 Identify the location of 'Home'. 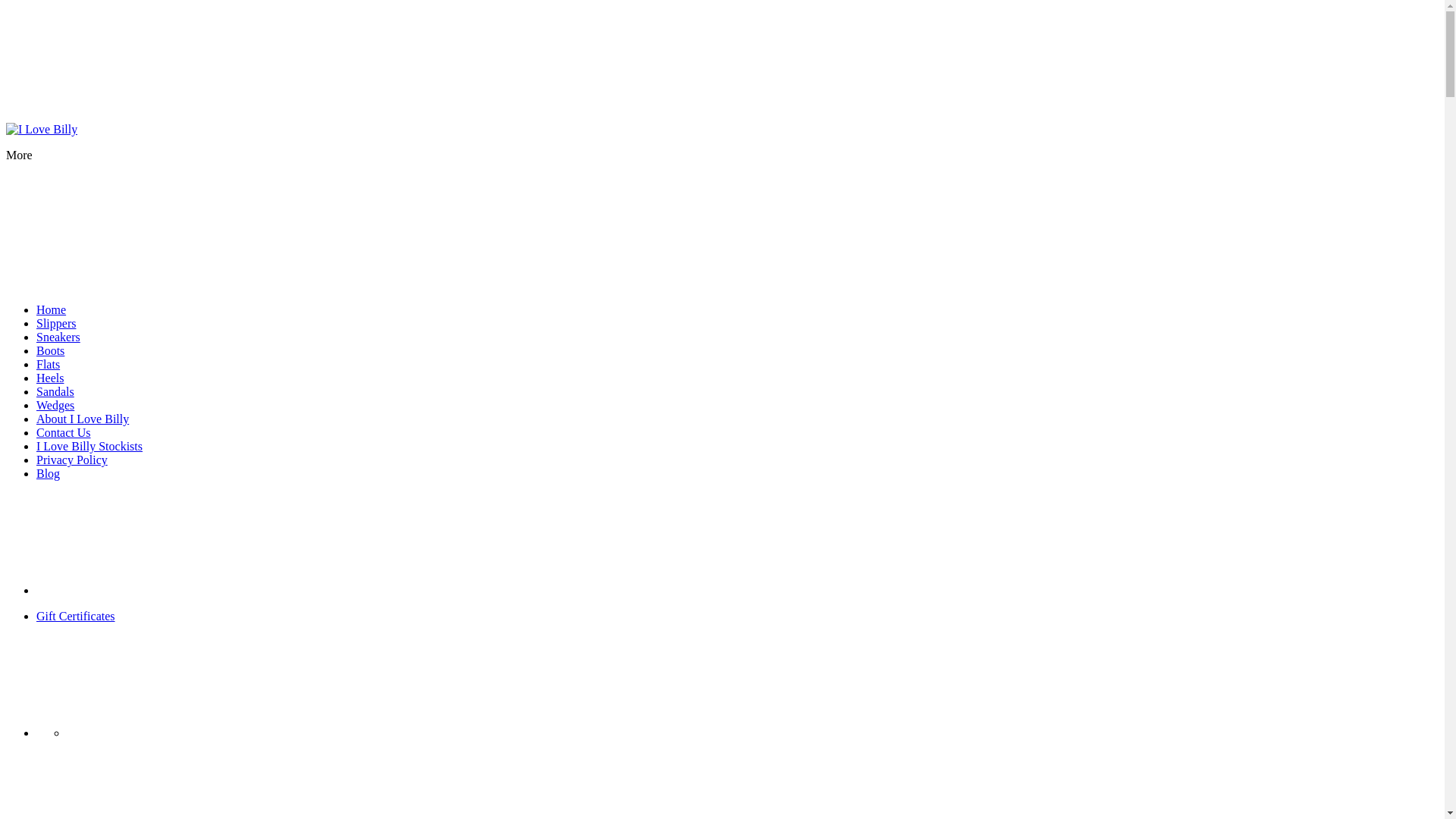
(51, 309).